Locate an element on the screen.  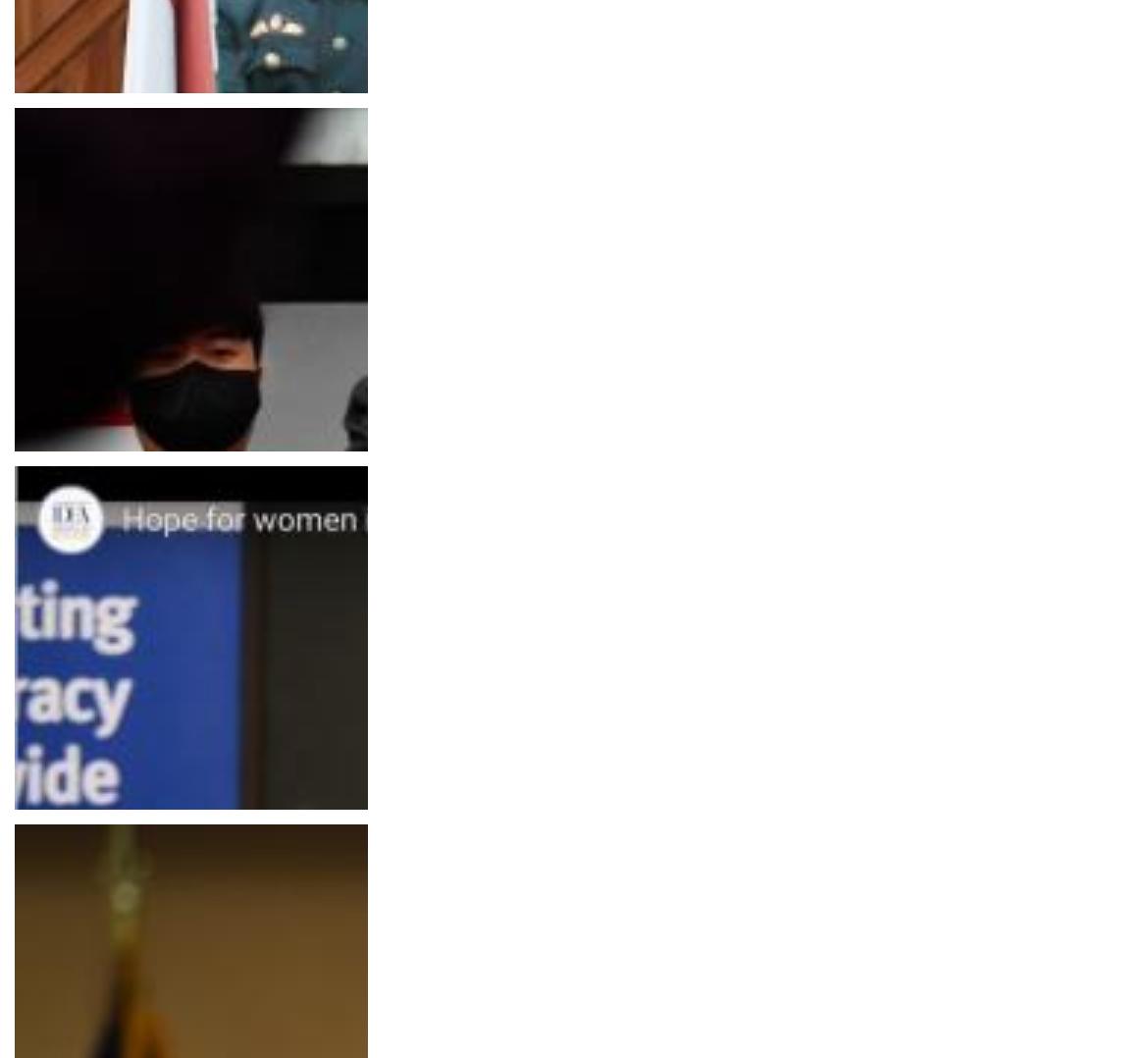
'How feminism became a hot topic in South Korea's presidential election' is located at coordinates (269, 826).